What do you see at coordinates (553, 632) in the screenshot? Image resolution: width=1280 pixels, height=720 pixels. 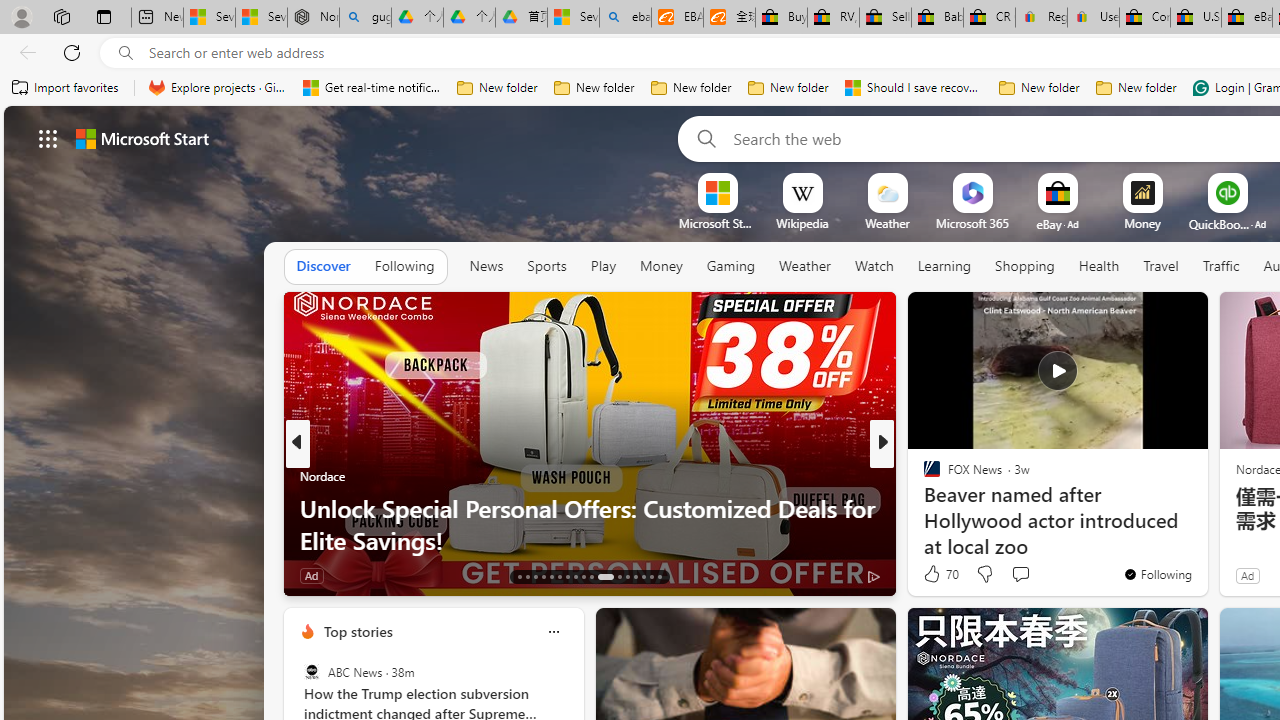 I see `'Class: icon-img'` at bounding box center [553, 632].